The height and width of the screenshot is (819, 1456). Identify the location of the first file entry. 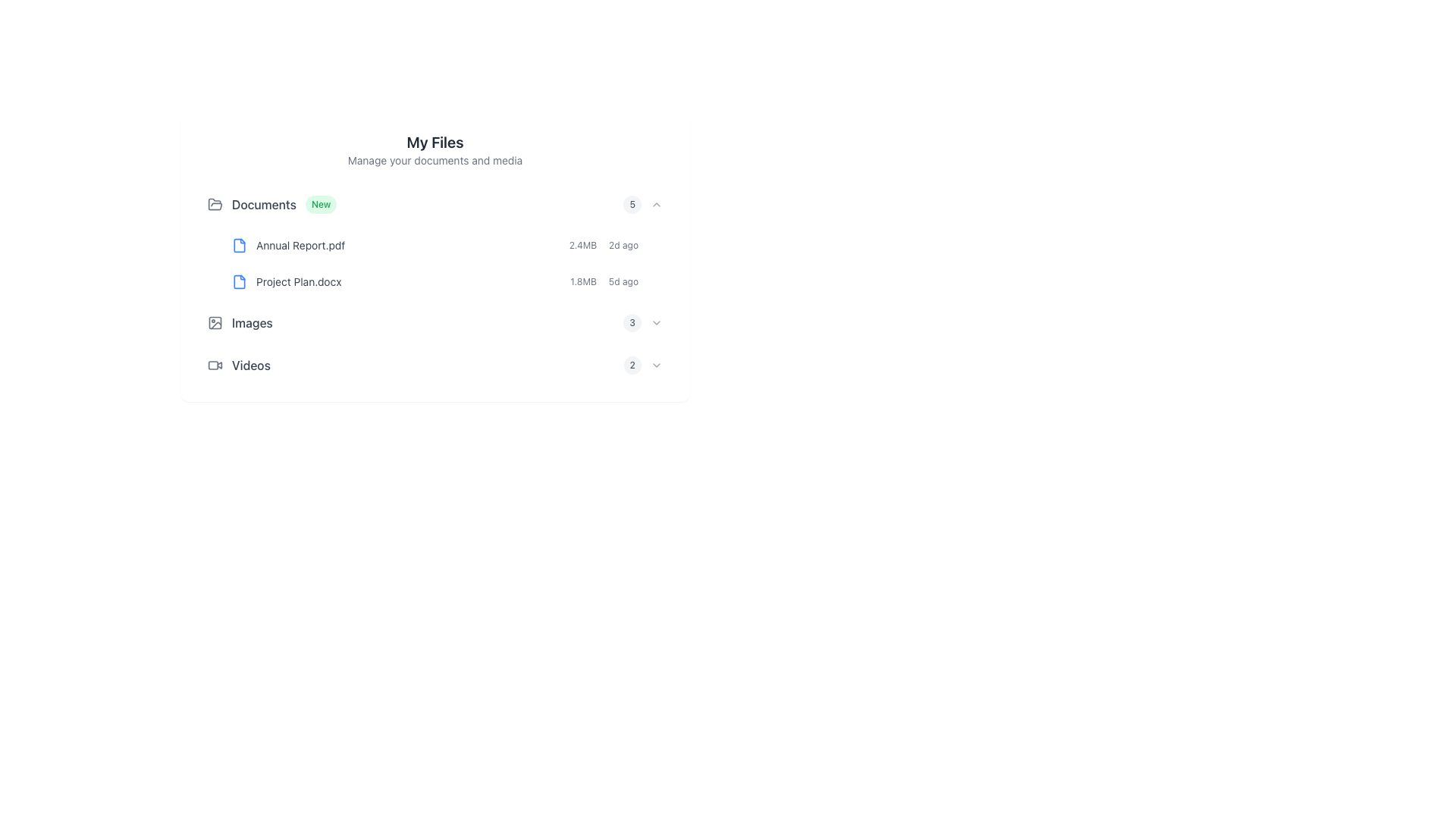
(447, 245).